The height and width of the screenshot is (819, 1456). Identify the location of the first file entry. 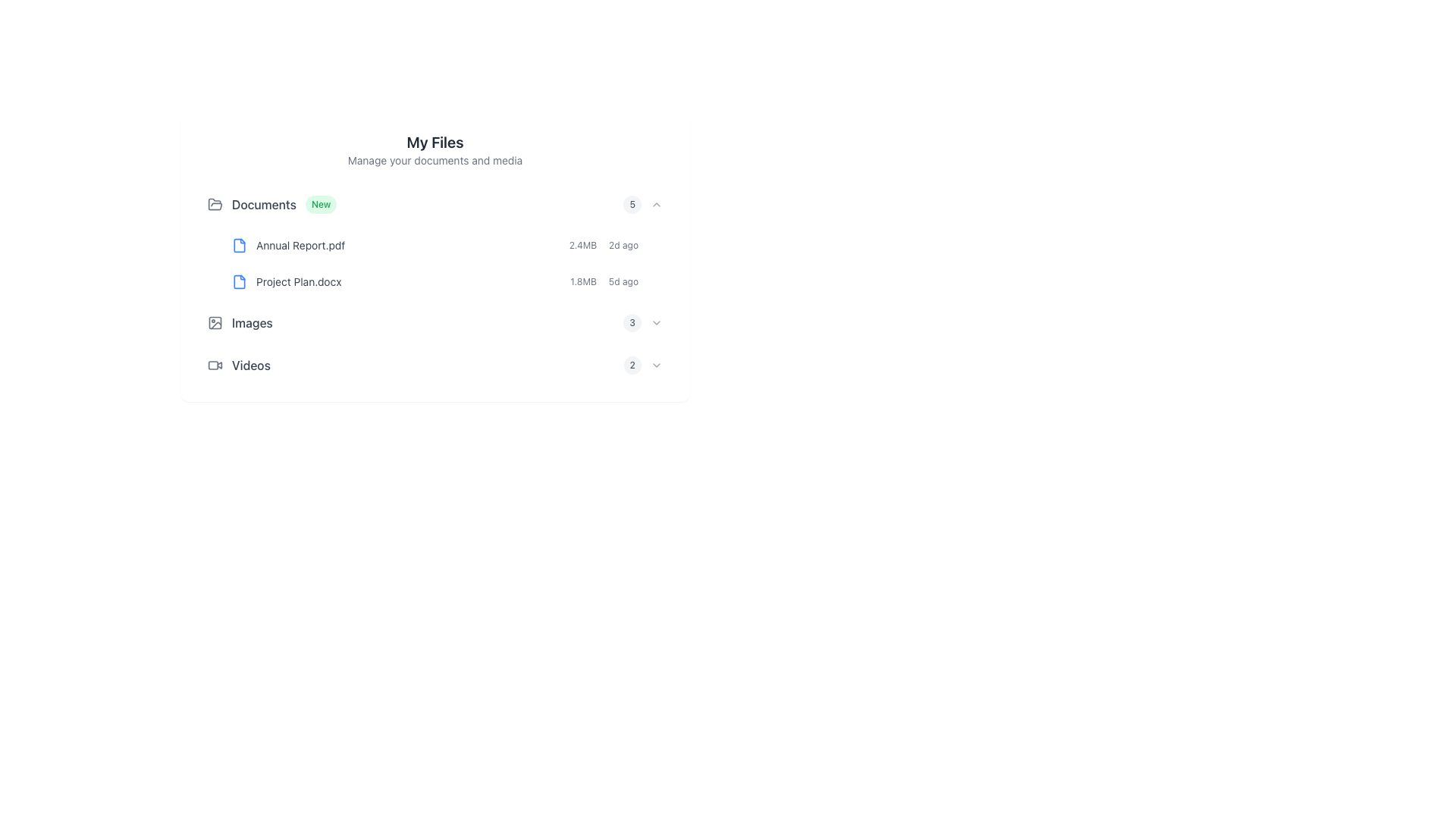
(447, 245).